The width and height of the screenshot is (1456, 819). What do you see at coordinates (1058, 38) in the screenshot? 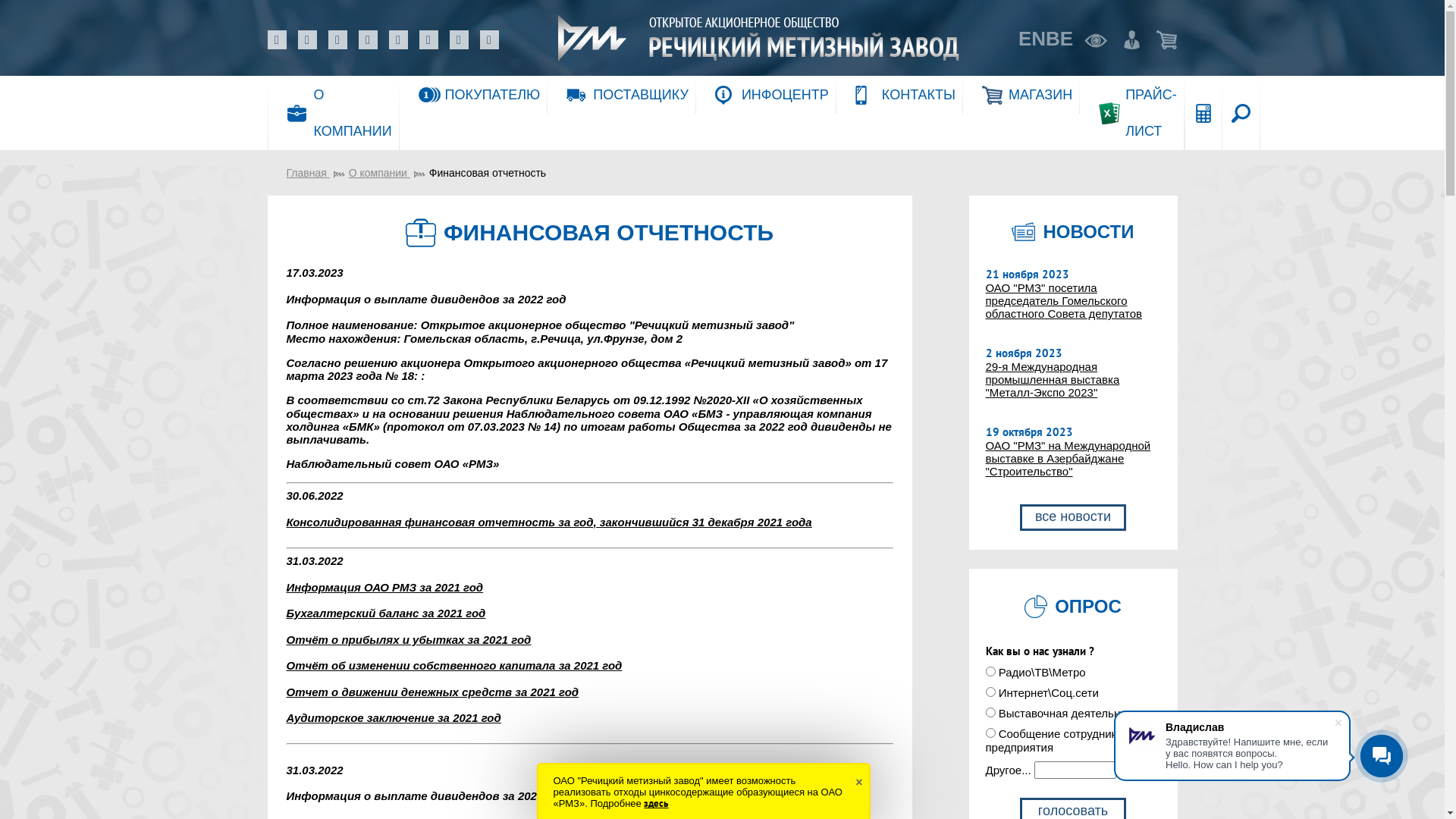
I see `'BE'` at bounding box center [1058, 38].